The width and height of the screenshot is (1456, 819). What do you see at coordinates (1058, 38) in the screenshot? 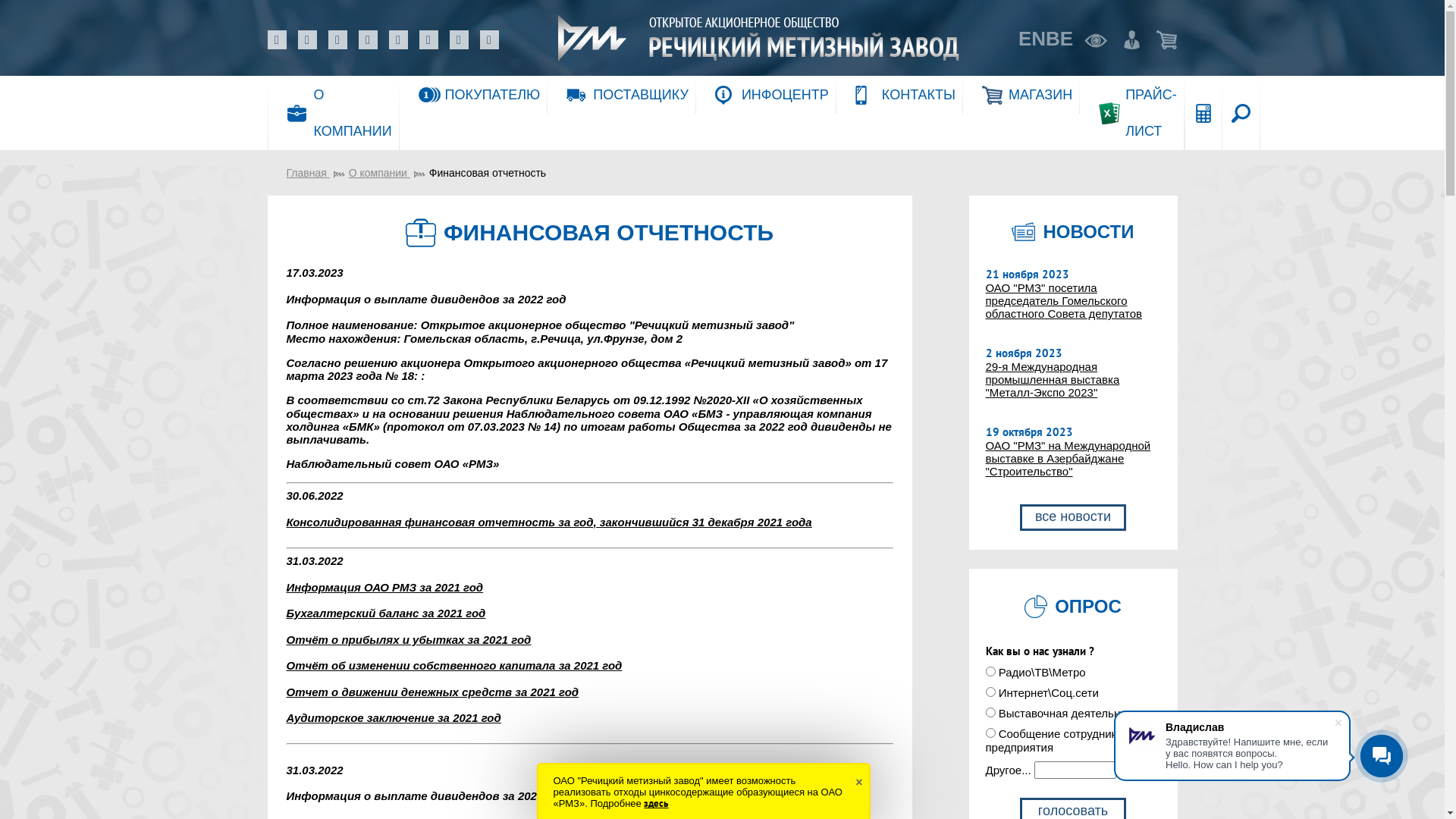
I see `'BE'` at bounding box center [1058, 38].